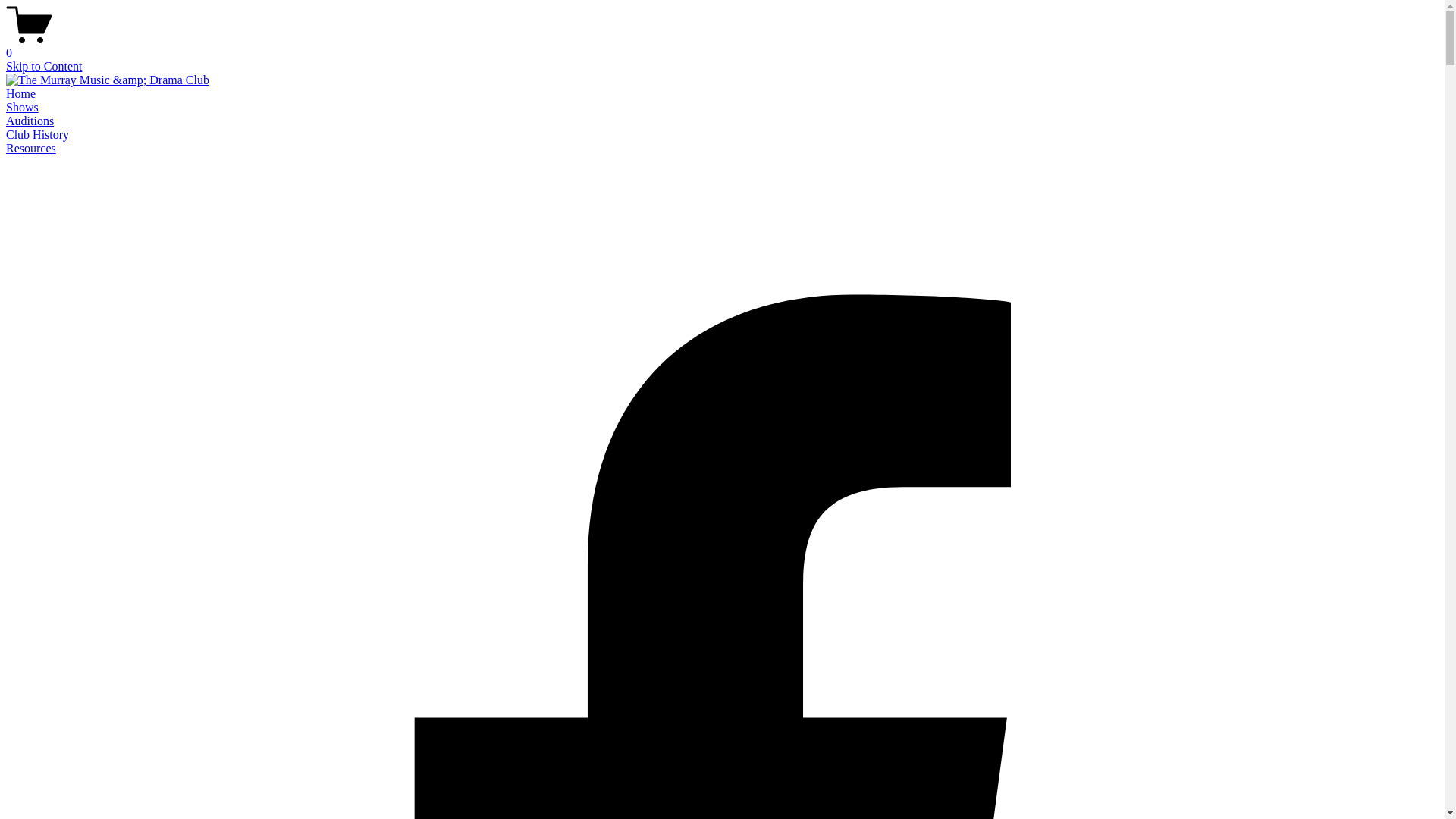 The image size is (1456, 819). Describe the element at coordinates (43, 65) in the screenshot. I see `'Skip to Content'` at that location.